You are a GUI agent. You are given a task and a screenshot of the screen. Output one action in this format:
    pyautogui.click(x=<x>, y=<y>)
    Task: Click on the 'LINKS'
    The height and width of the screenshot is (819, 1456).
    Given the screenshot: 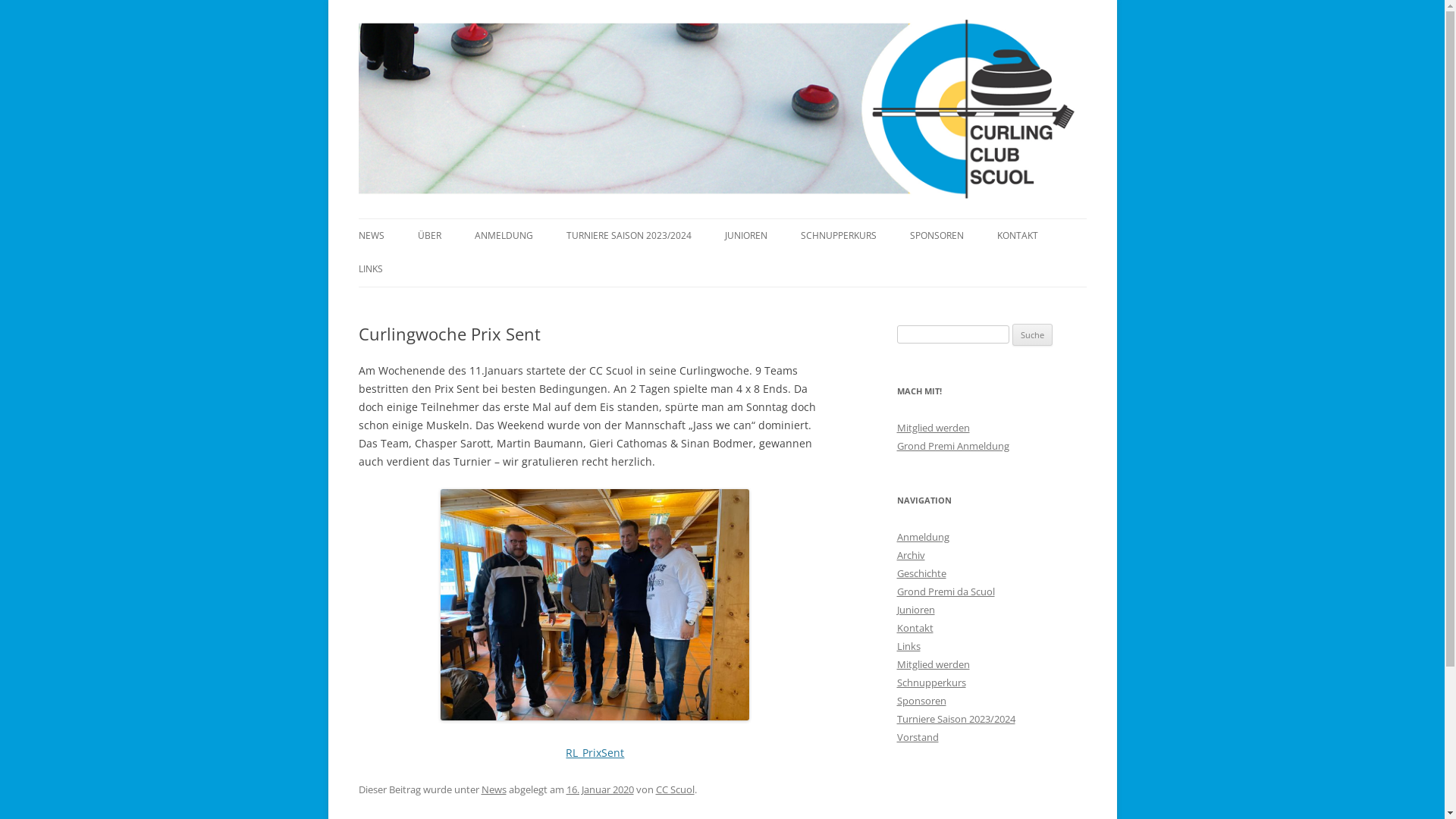 What is the action you would take?
    pyautogui.click(x=370, y=268)
    